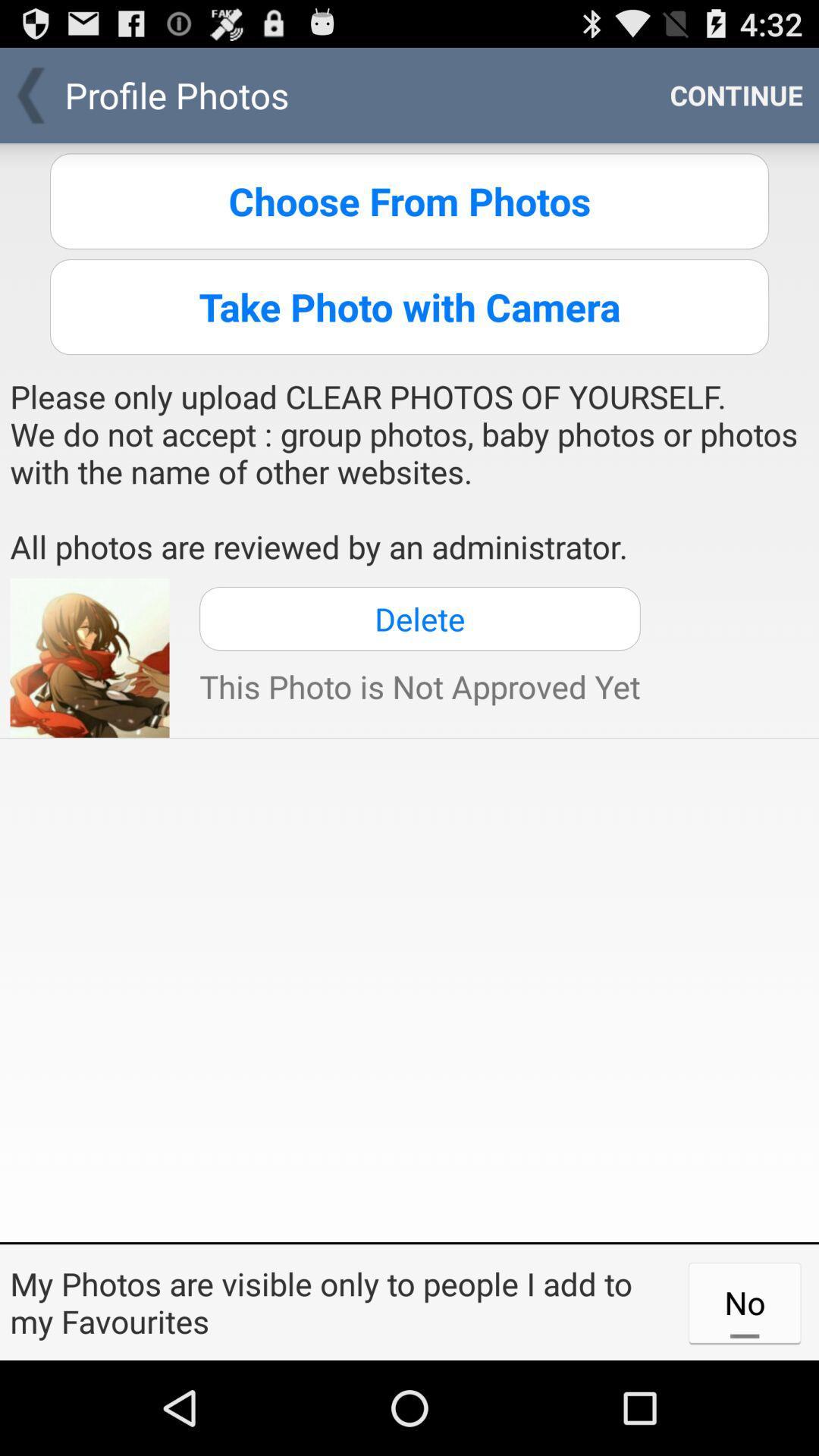 This screenshot has width=819, height=1456. Describe the element at coordinates (736, 94) in the screenshot. I see `the continue icon` at that location.